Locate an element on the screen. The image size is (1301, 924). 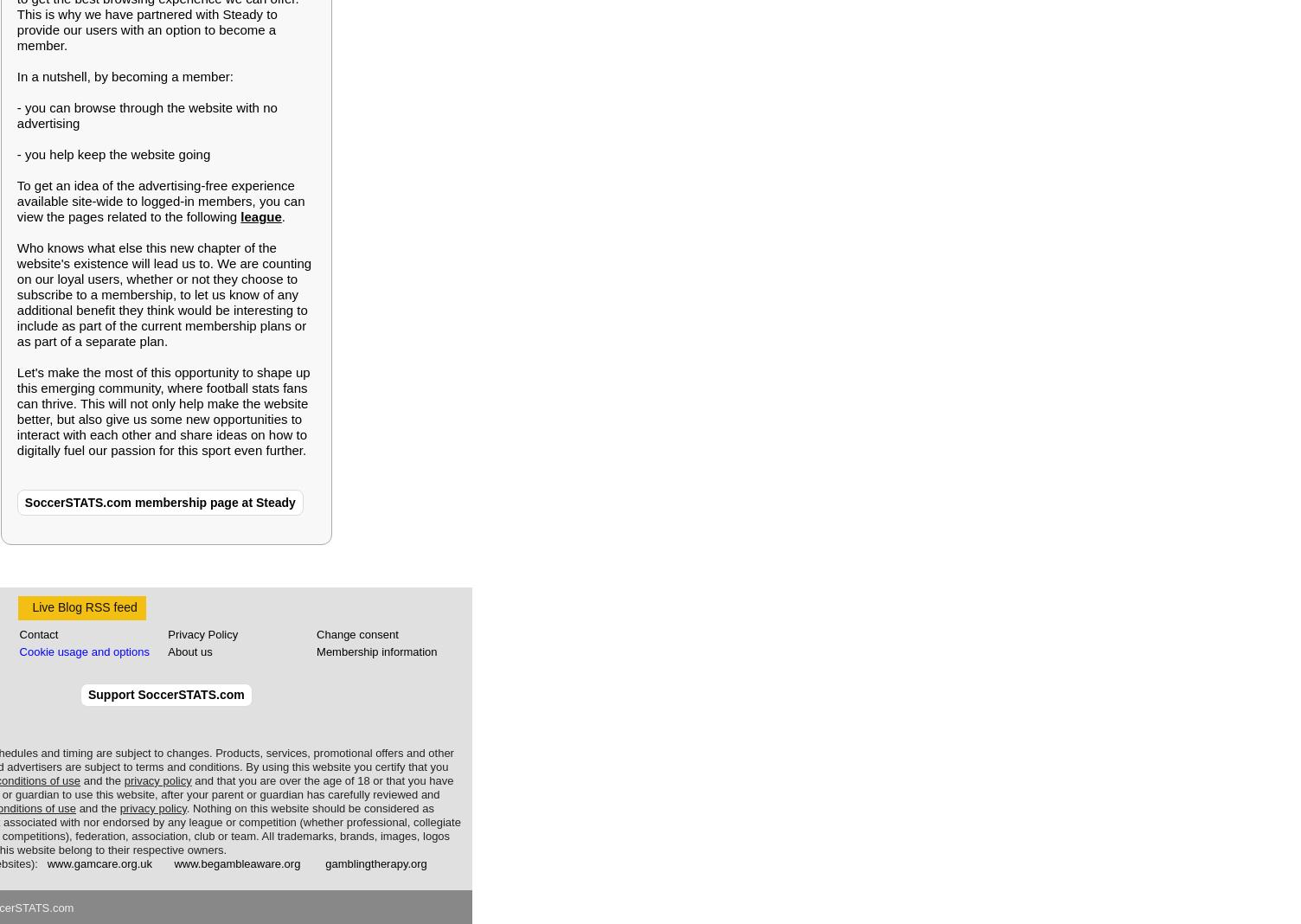
'About us' is located at coordinates (189, 651).